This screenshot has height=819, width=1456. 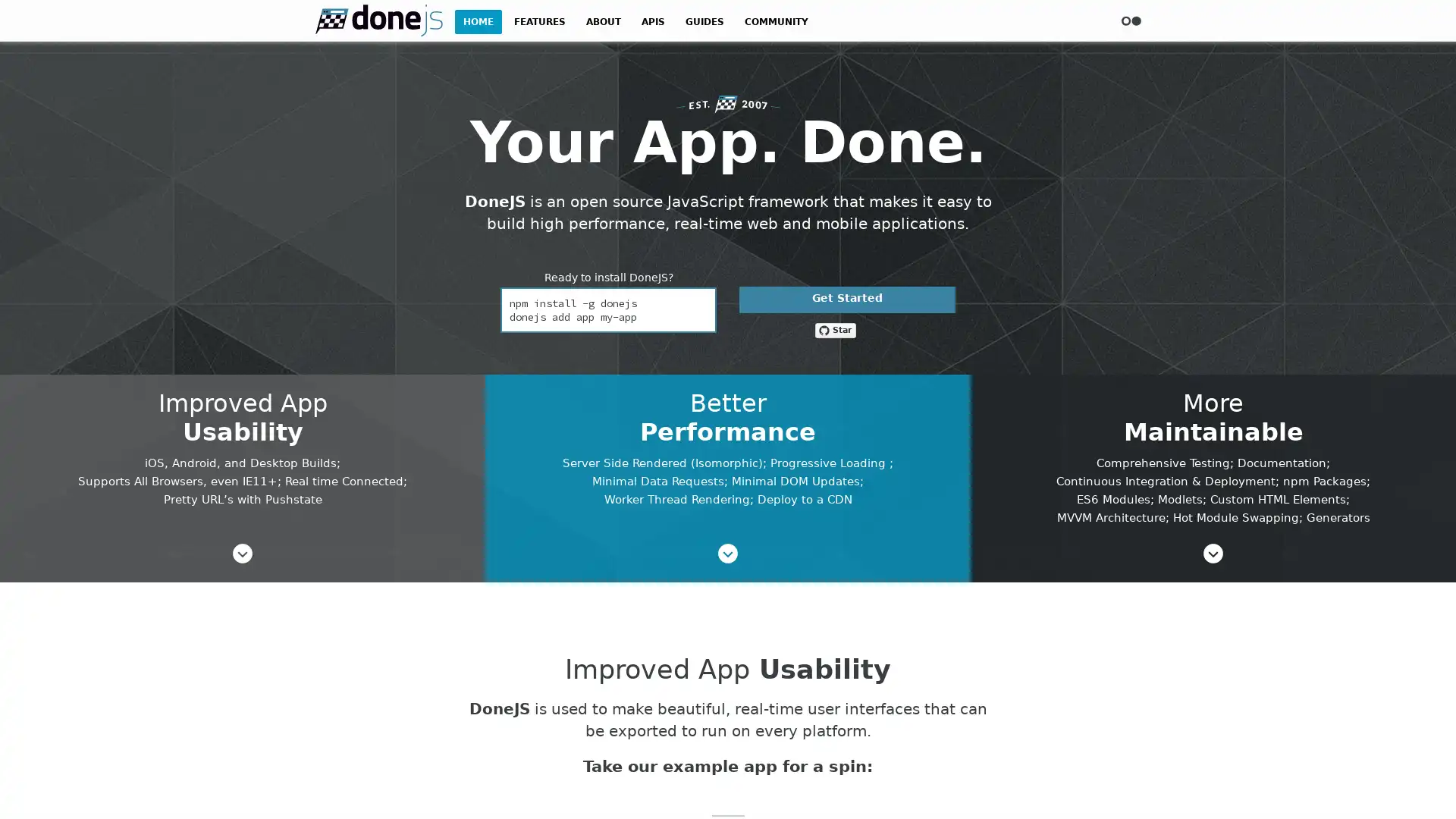 What do you see at coordinates (846, 300) in the screenshot?
I see `Get Started` at bounding box center [846, 300].